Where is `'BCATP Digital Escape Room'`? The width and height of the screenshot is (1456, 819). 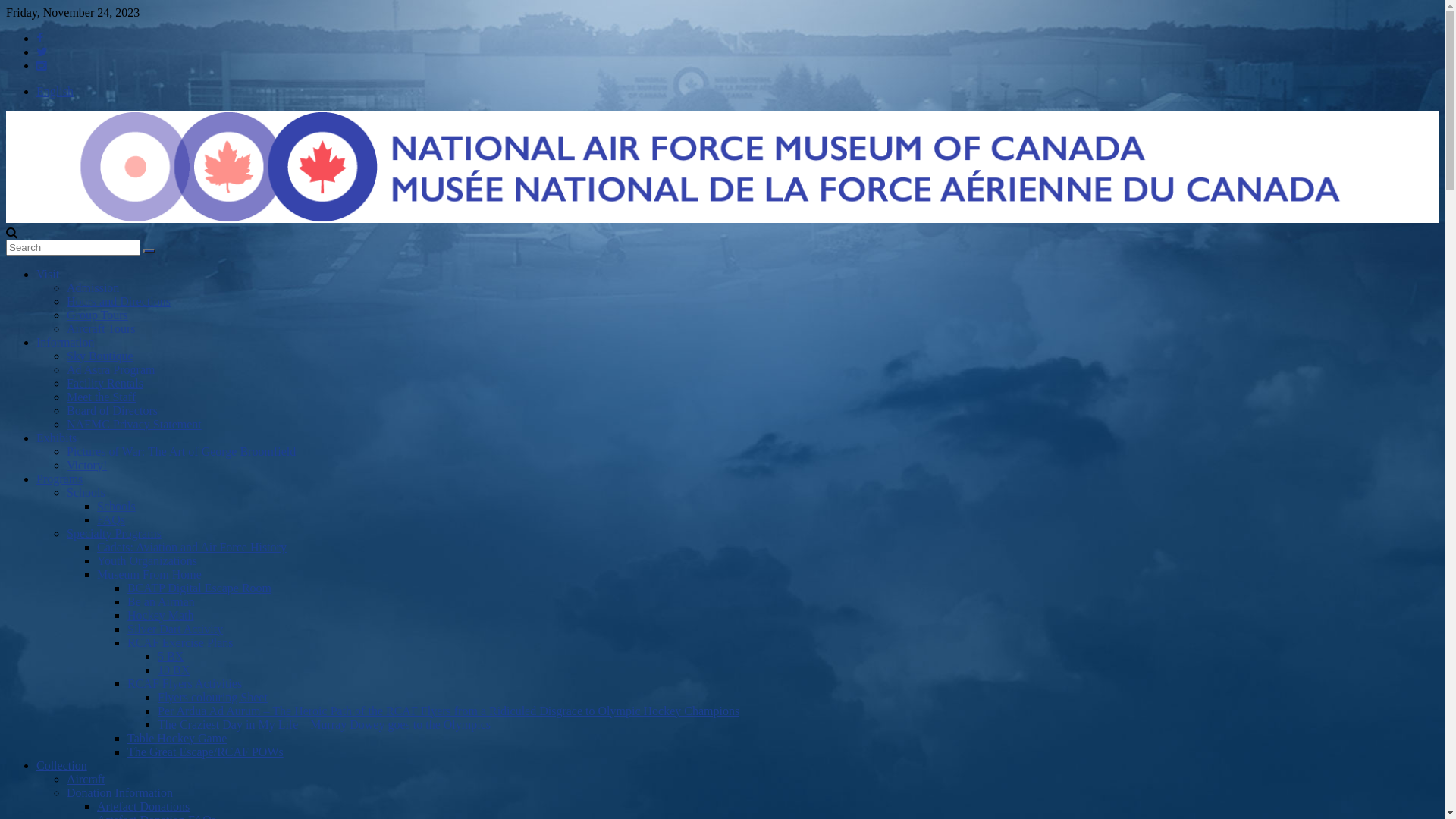 'BCATP Digital Escape Room' is located at coordinates (199, 587).